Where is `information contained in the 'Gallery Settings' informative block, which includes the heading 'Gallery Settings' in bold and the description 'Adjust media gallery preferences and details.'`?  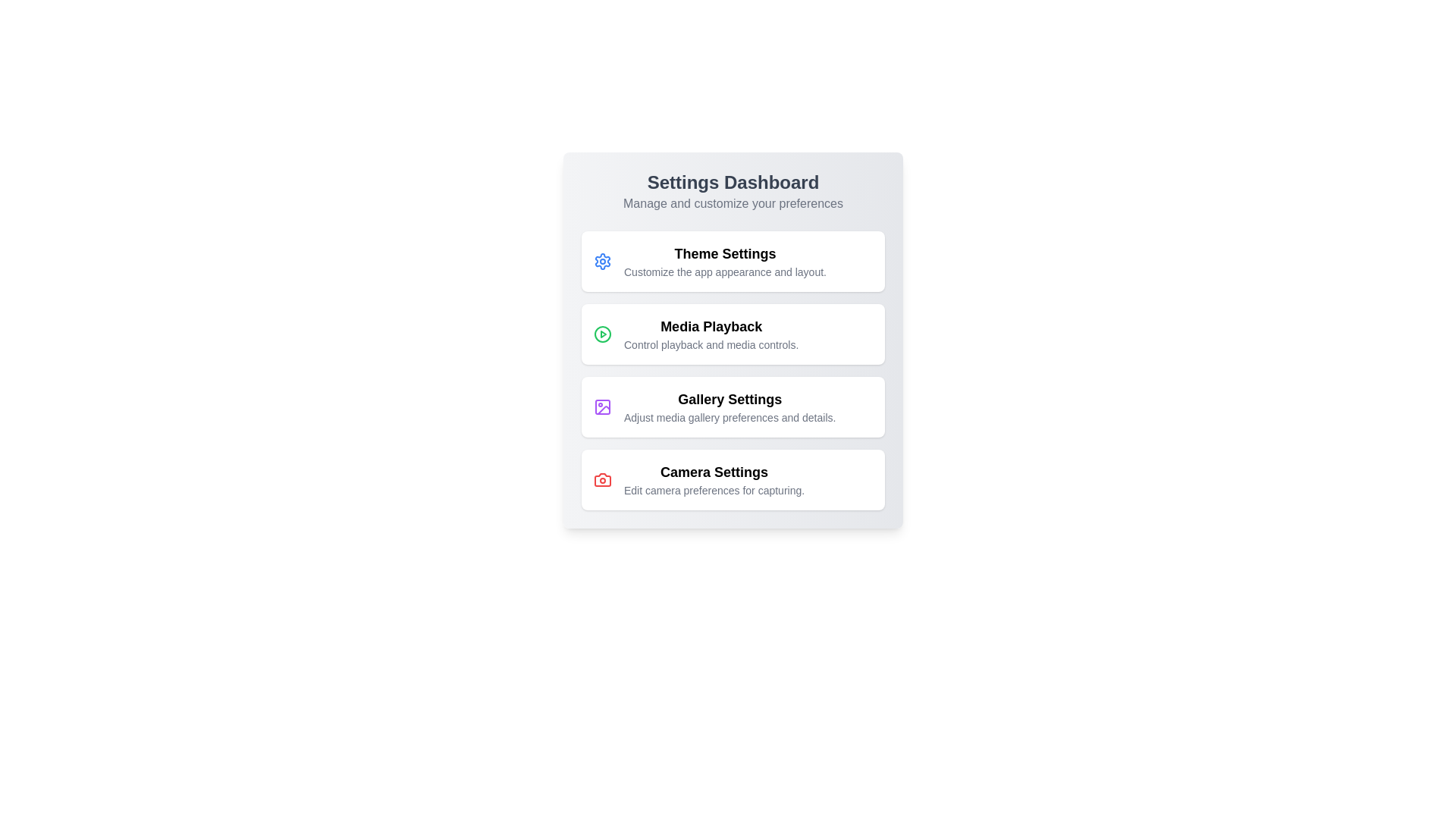
information contained in the 'Gallery Settings' informative block, which includes the heading 'Gallery Settings' in bold and the description 'Adjust media gallery preferences and details.' is located at coordinates (730, 406).